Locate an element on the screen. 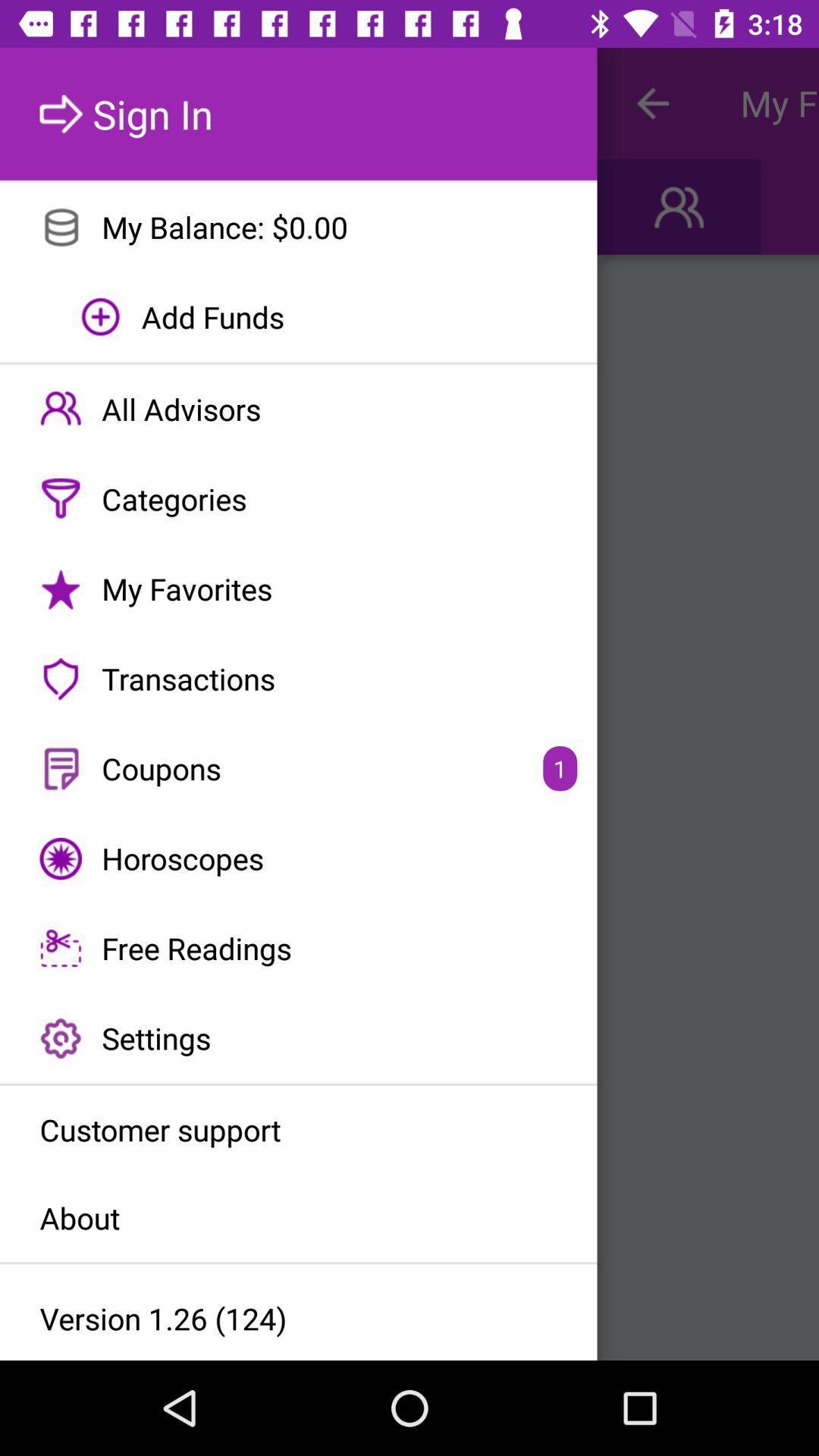  categories is located at coordinates (298, 499).